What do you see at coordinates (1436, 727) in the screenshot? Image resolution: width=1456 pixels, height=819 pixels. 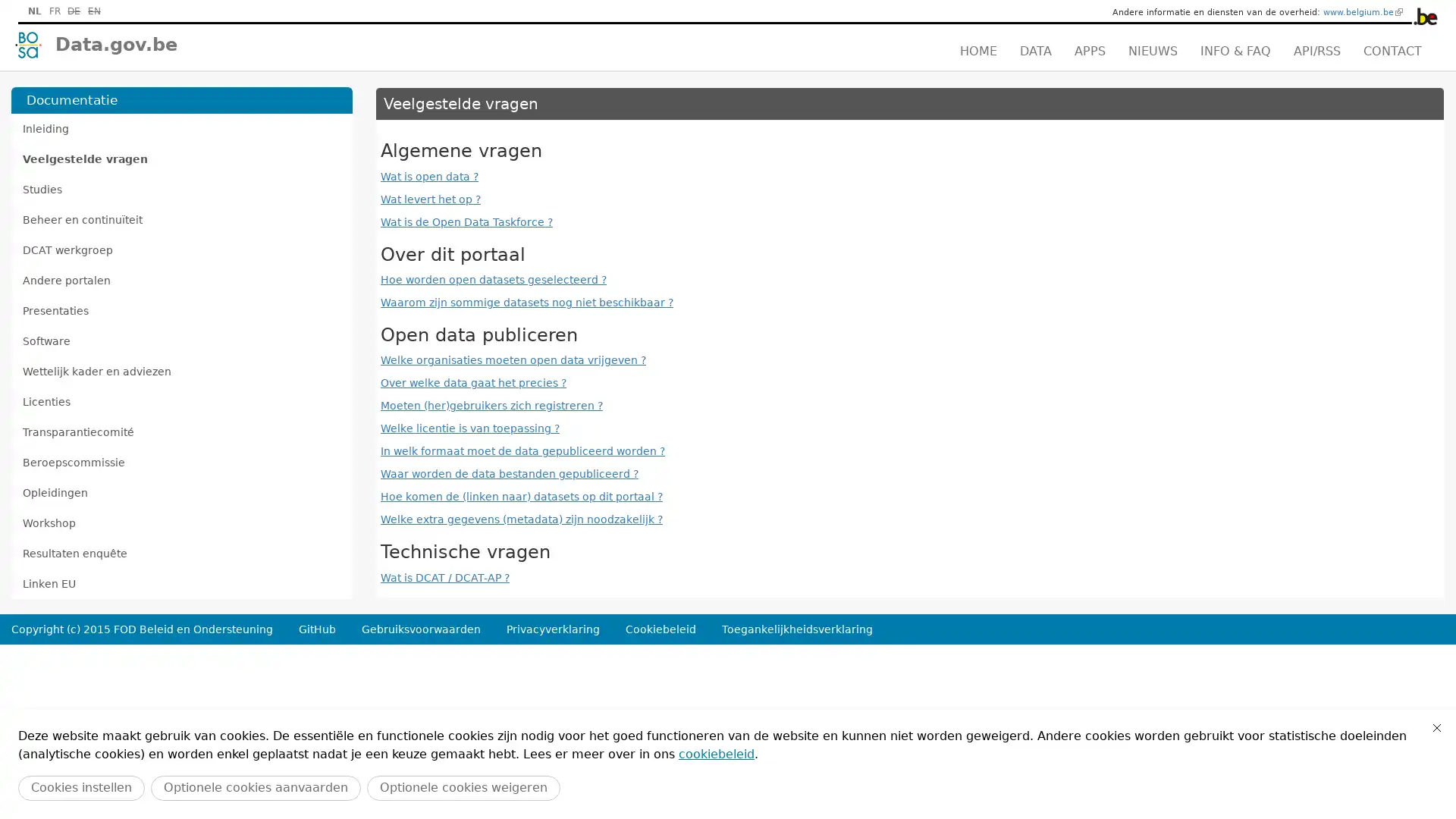 I see `Sluiten` at bounding box center [1436, 727].